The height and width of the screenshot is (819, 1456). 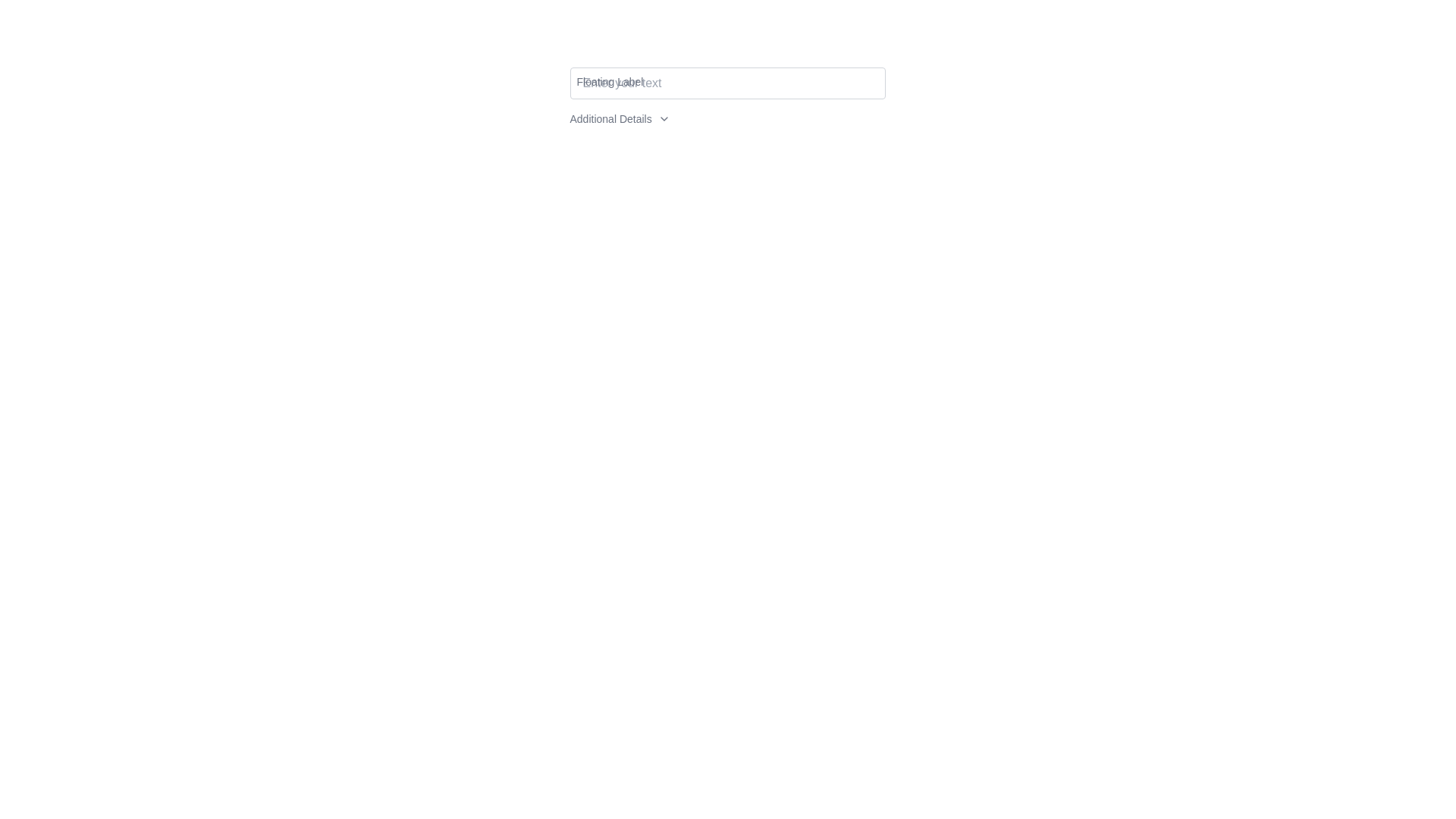 What do you see at coordinates (664, 118) in the screenshot?
I see `the icon located near the right edge of the 'Additional Details' label` at bounding box center [664, 118].